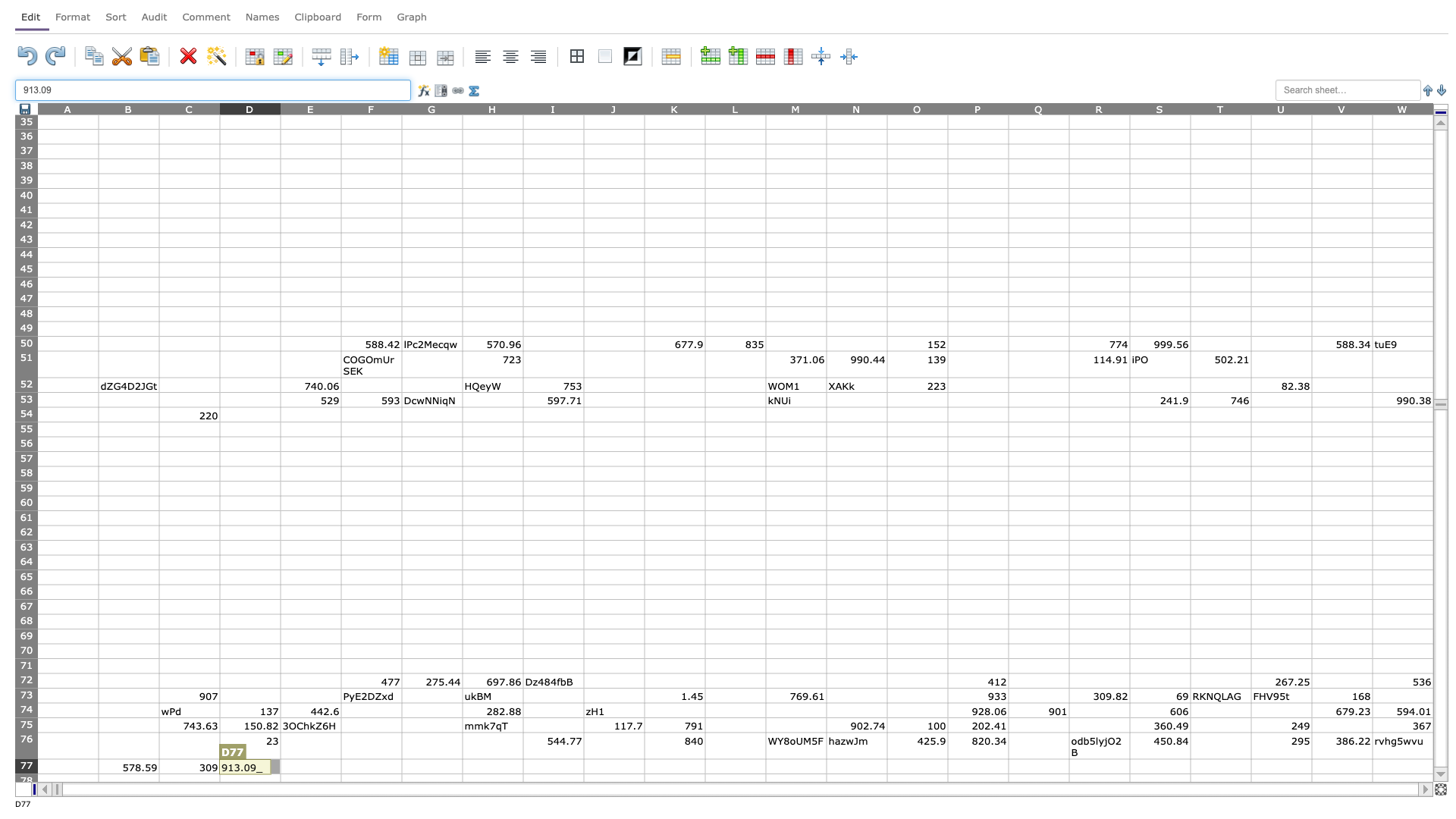 The width and height of the screenshot is (1456, 819). What do you see at coordinates (340, 759) in the screenshot?
I see `top left at column F row 77` at bounding box center [340, 759].